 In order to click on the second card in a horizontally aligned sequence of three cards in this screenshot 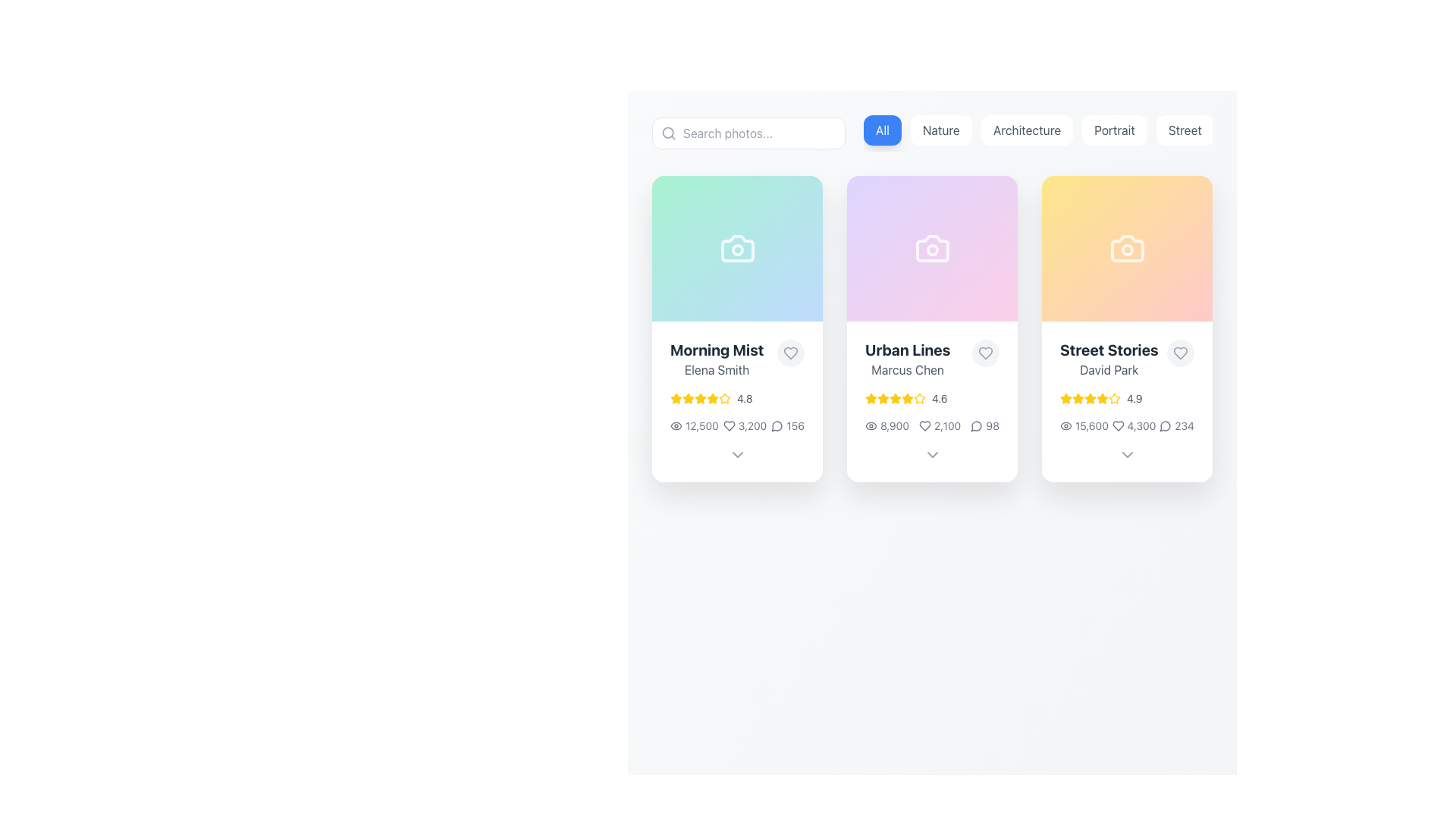, I will do `click(931, 298)`.